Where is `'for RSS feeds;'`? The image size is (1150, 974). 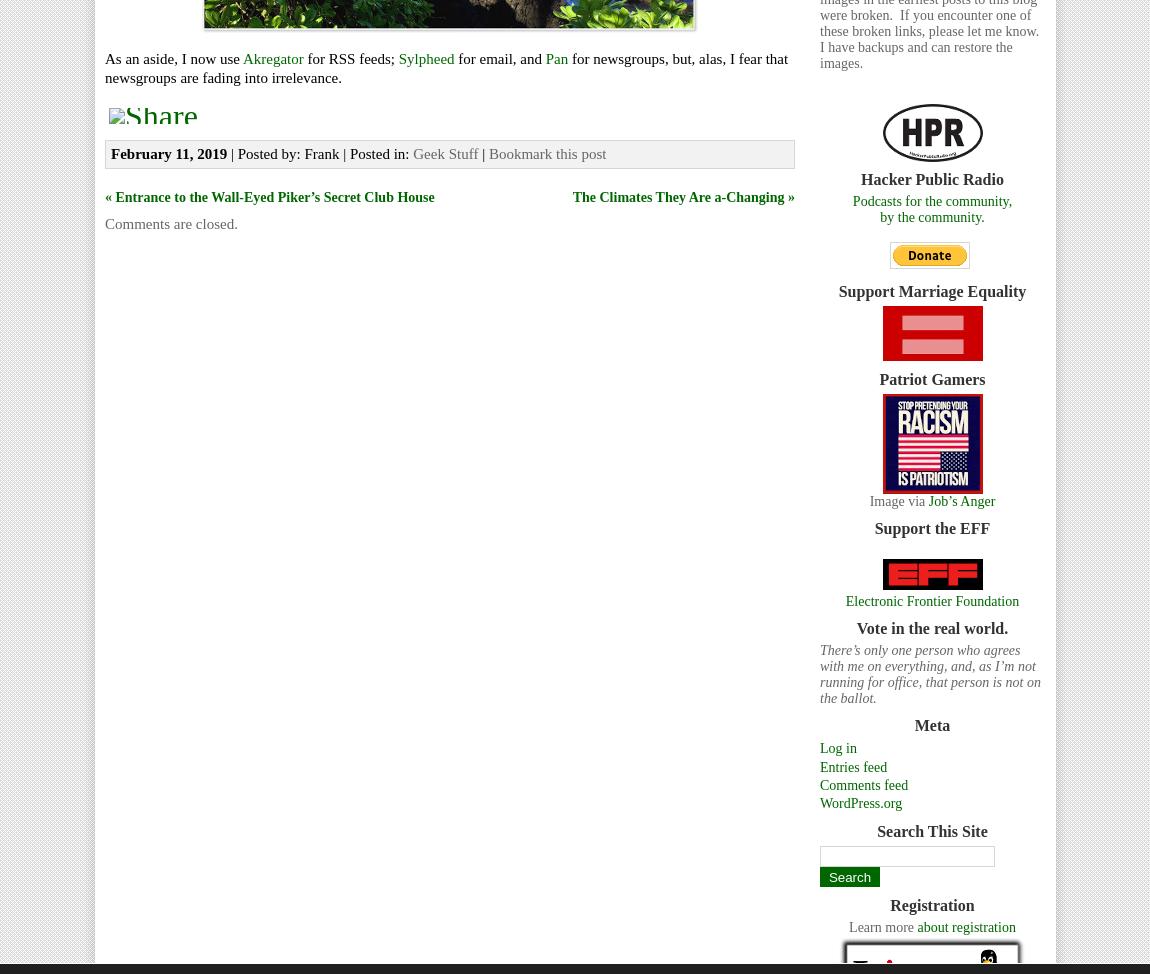 'for RSS feeds;' is located at coordinates (350, 57).